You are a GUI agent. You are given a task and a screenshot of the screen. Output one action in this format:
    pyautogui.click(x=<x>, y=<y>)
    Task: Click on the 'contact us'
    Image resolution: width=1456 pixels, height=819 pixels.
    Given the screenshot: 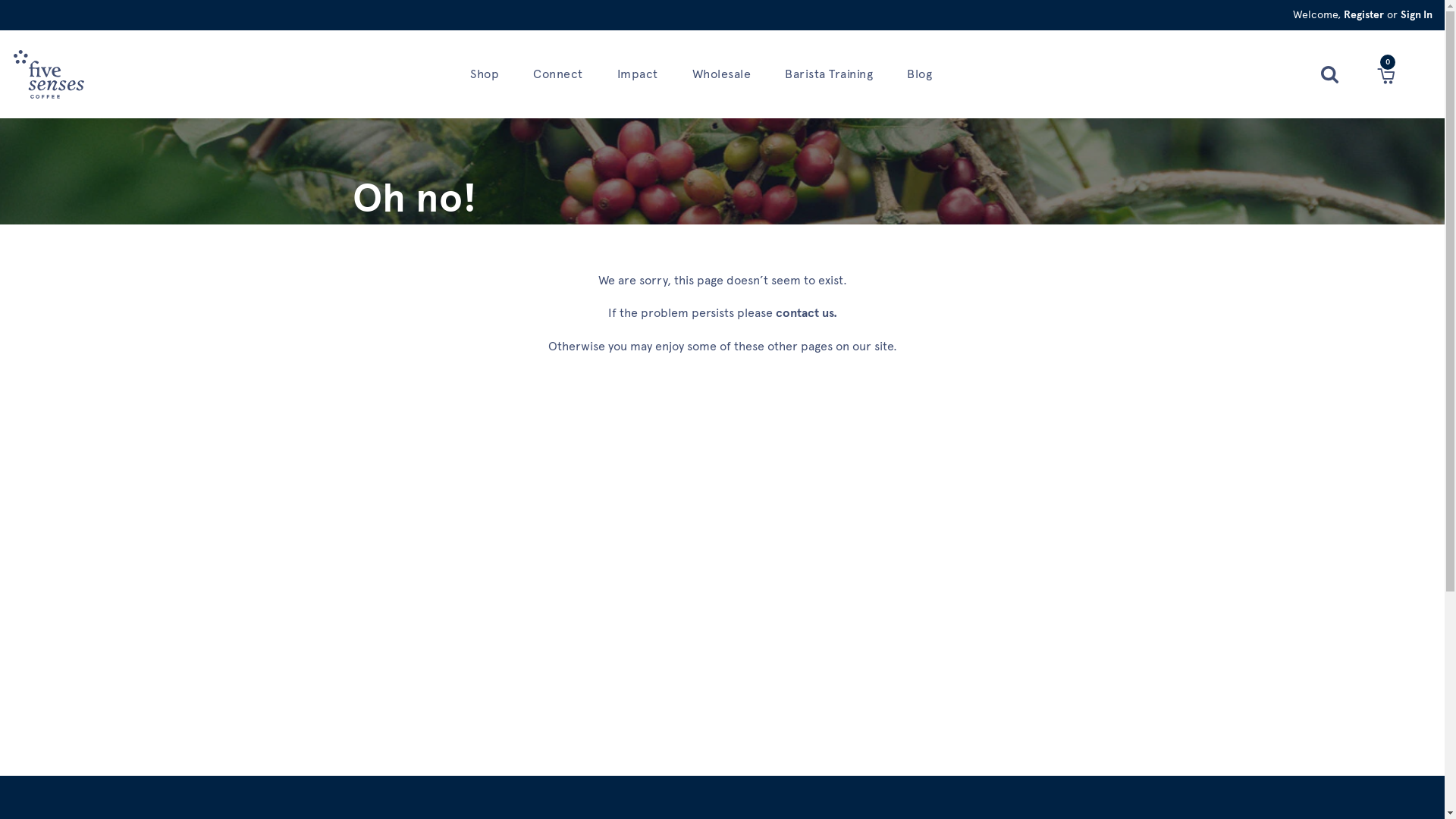 What is the action you would take?
    pyautogui.click(x=803, y=312)
    